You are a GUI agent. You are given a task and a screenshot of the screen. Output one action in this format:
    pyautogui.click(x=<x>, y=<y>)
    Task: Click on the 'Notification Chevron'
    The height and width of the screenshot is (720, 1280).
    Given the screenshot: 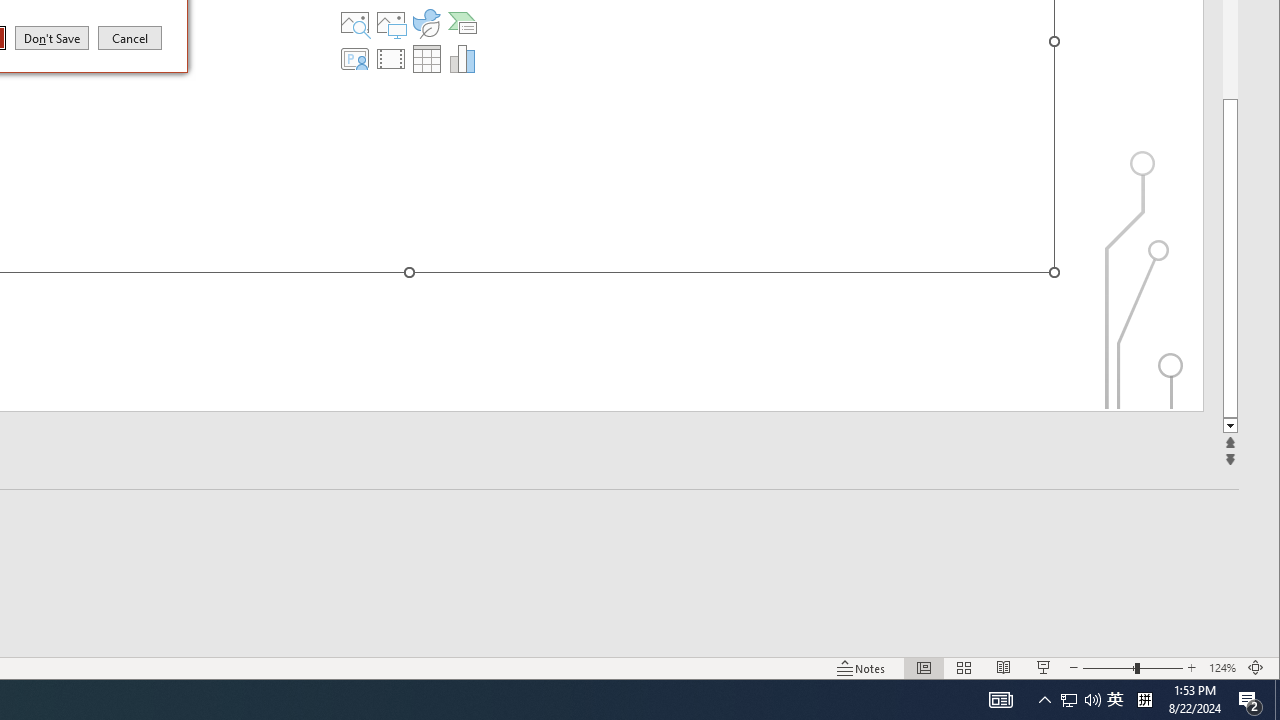 What is the action you would take?
    pyautogui.click(x=1044, y=698)
    